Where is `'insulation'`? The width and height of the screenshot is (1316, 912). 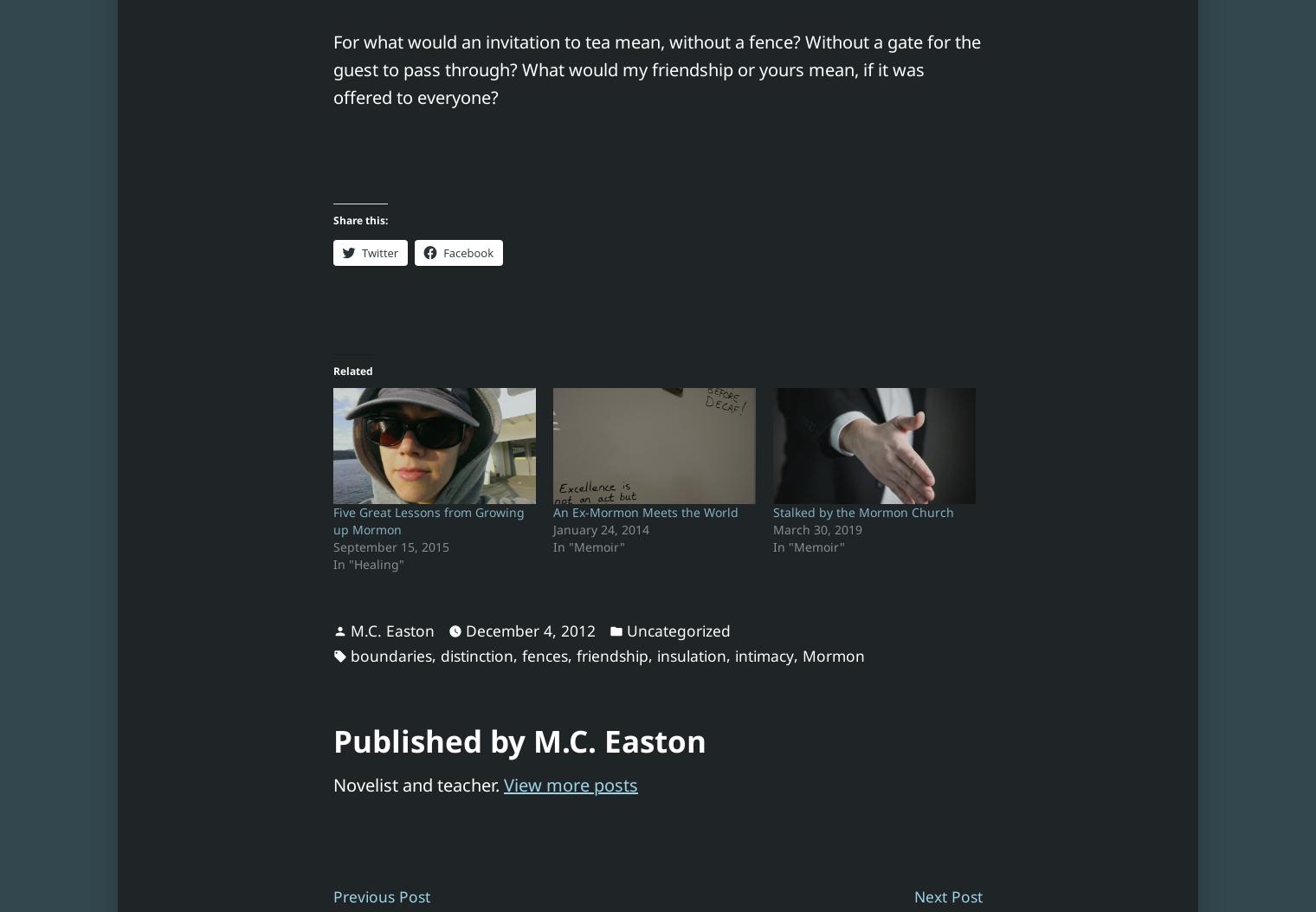 'insulation' is located at coordinates (691, 655).